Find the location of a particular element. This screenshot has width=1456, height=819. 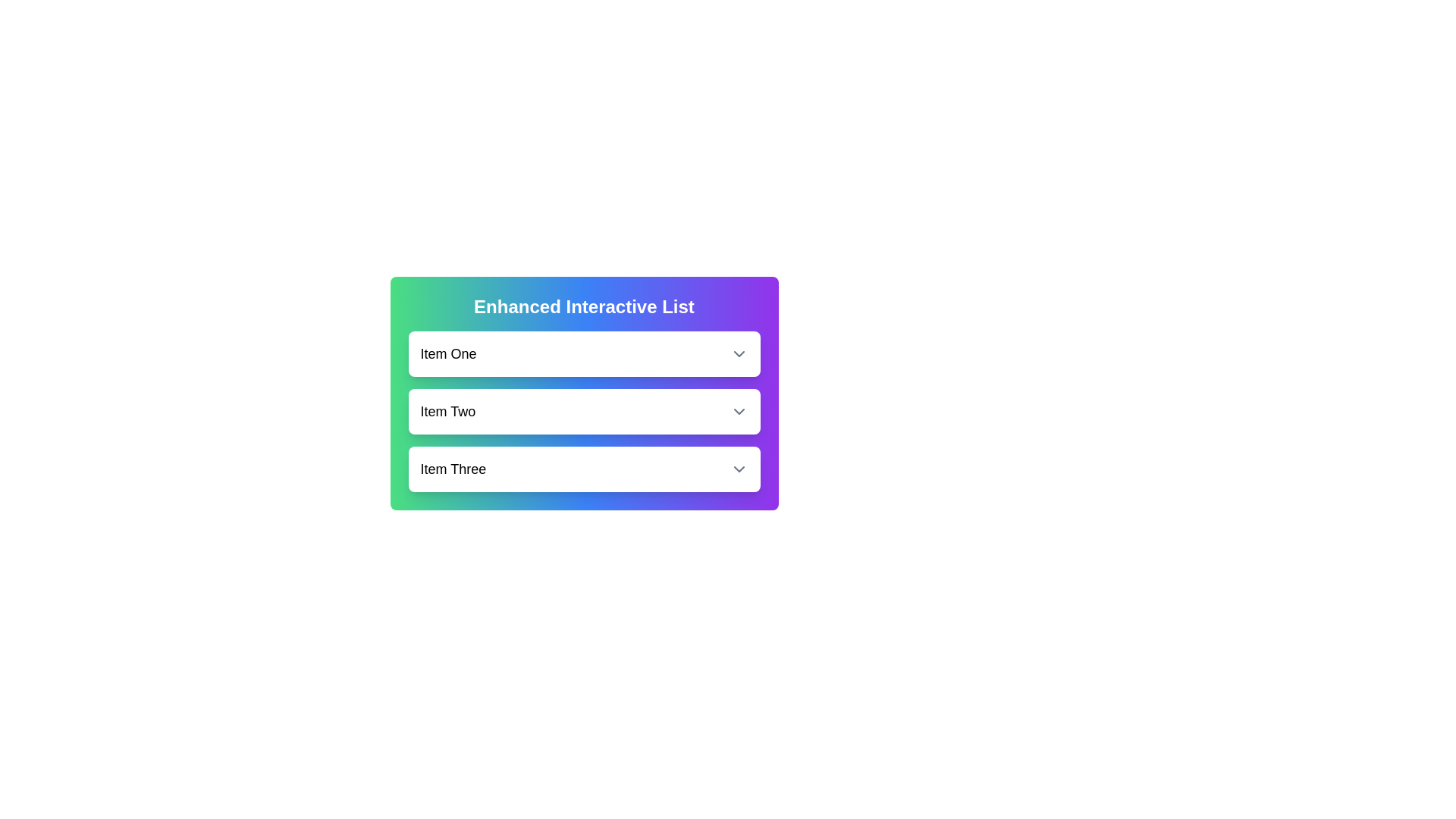

the 'Item Two' text label element, which is a medium, bold text label aligned to the left, surrounded by a clickable area with a dropdown arrow to the right is located at coordinates (447, 412).